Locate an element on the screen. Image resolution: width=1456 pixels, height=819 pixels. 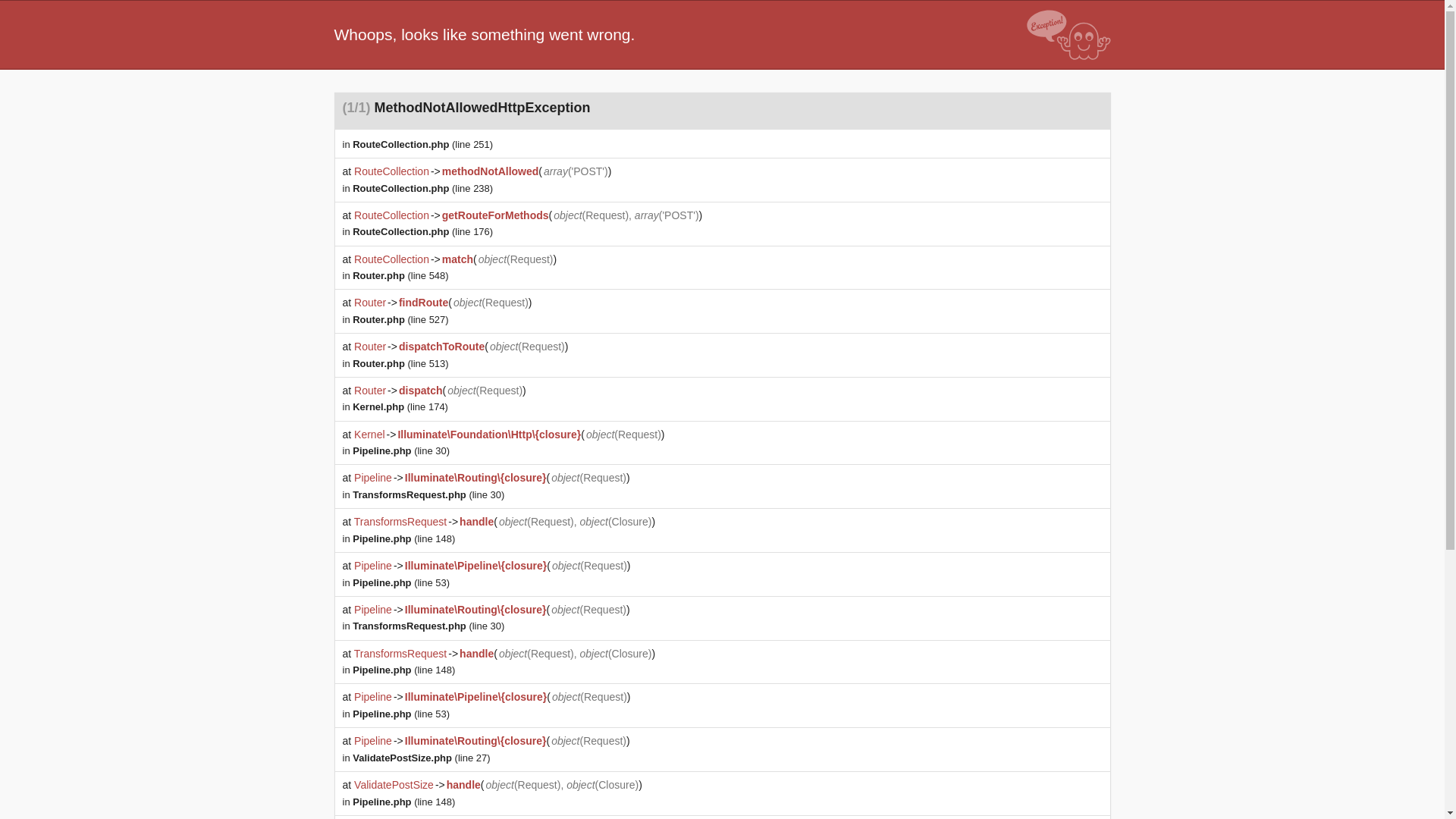
'Router.php (line 527)' is located at coordinates (400, 318).